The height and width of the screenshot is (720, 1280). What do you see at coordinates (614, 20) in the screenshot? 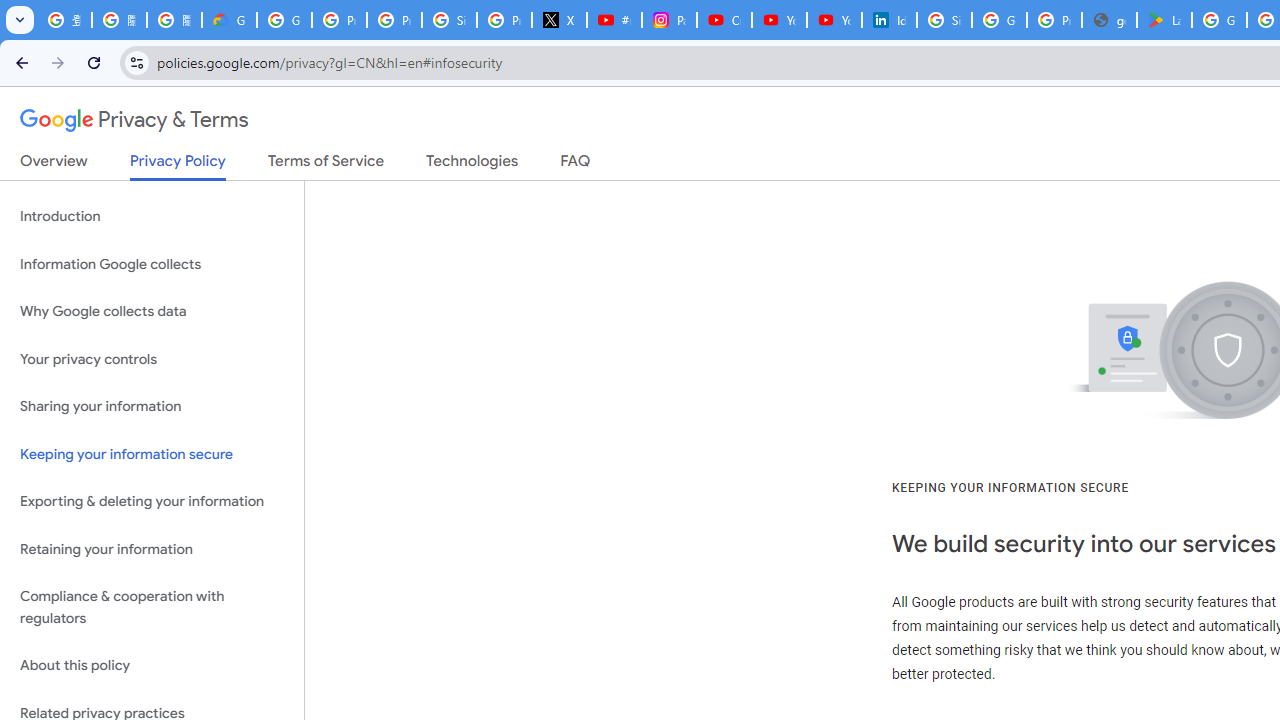
I see `'#nbabasketballhighlights - YouTube'` at bounding box center [614, 20].